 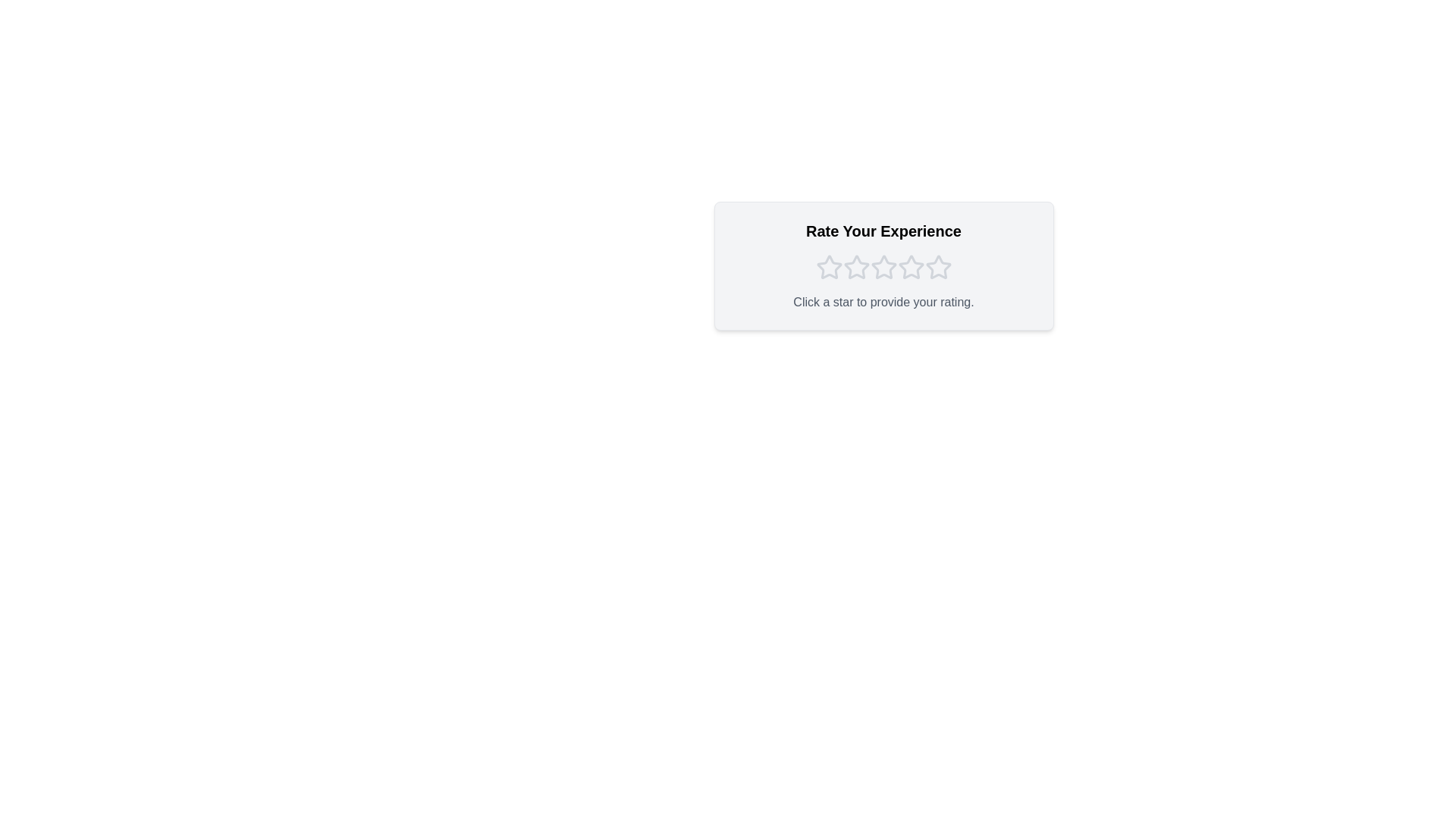 I want to click on the star corresponding to the rating 1 to set the rating, so click(x=828, y=267).